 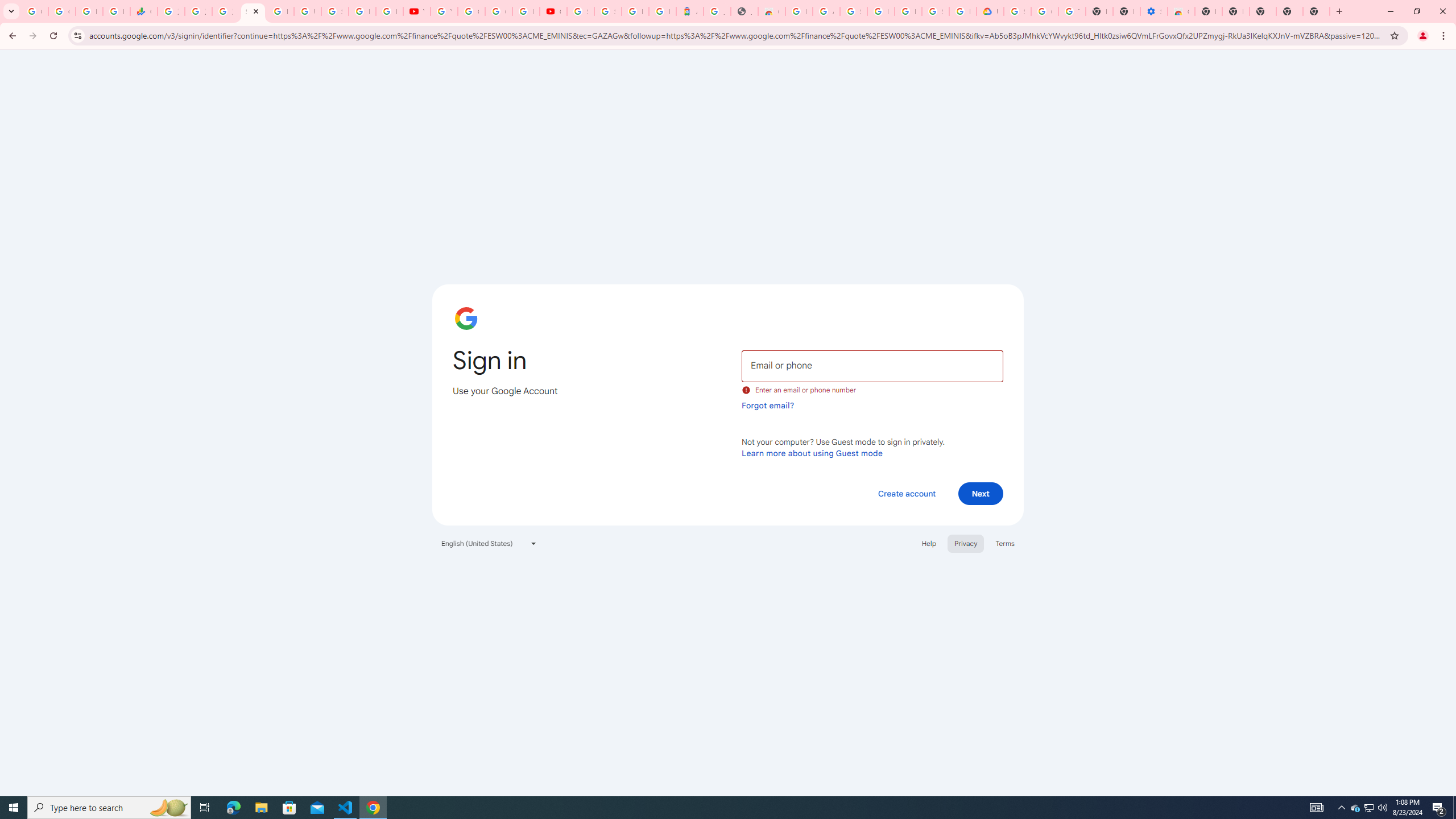 What do you see at coordinates (906, 493) in the screenshot?
I see `'Create account'` at bounding box center [906, 493].